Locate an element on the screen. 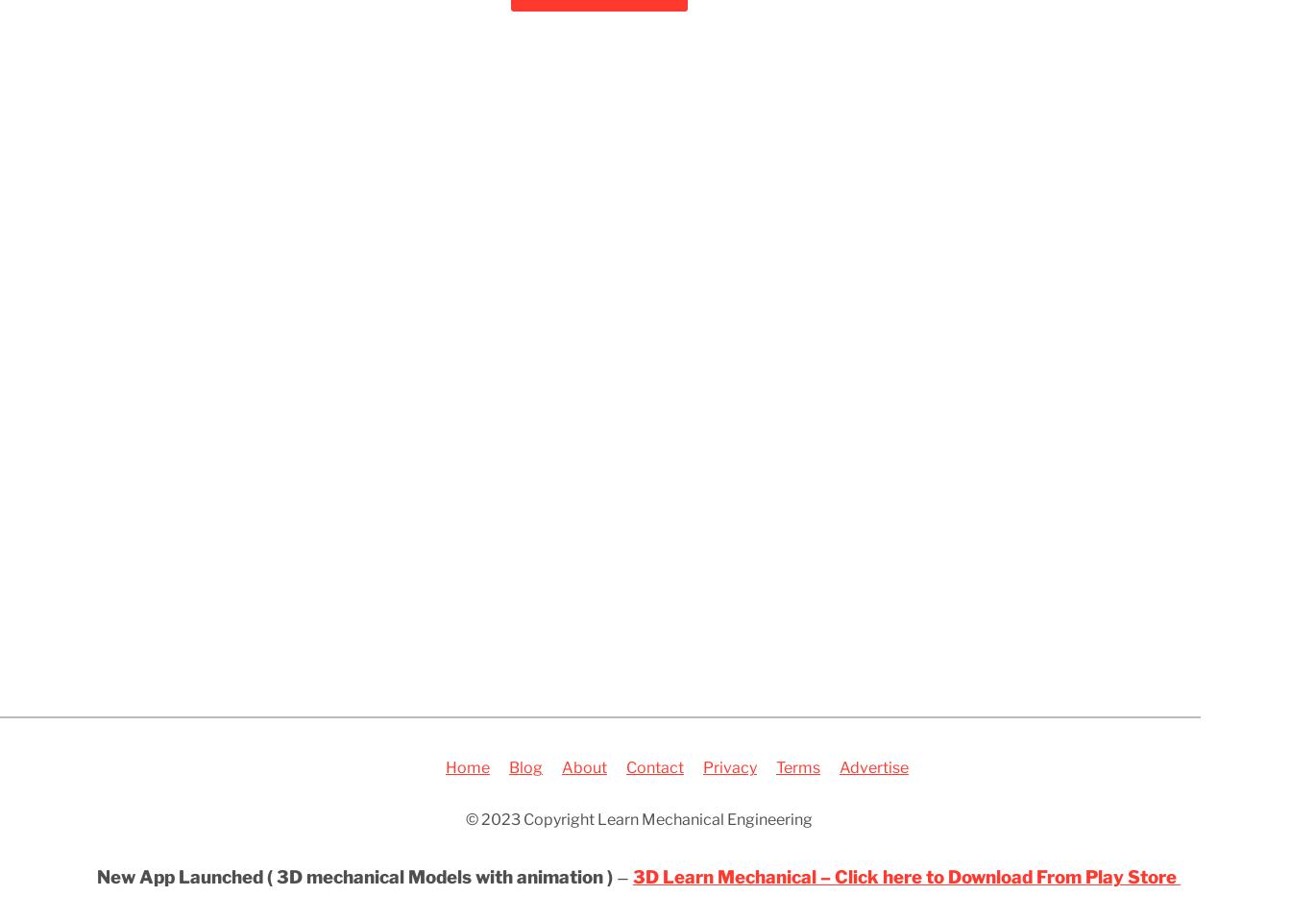 Image resolution: width=1316 pixels, height=920 pixels. 'New App Launched ( 3D mechanical Models with animation )' is located at coordinates (353, 877).